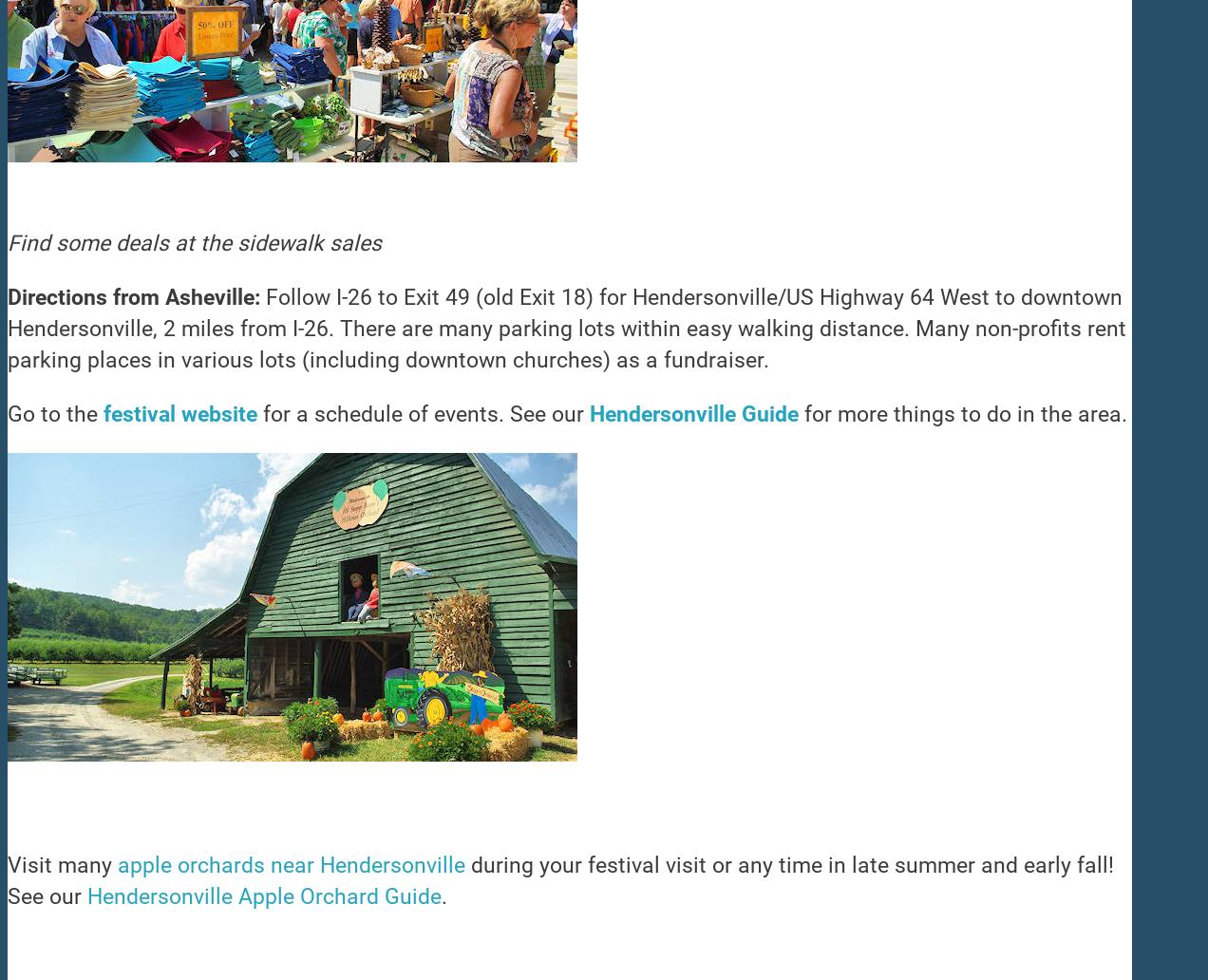 This screenshot has height=980, width=1208. I want to click on 'Hendersonville Apple Orchard Guide', so click(86, 895).